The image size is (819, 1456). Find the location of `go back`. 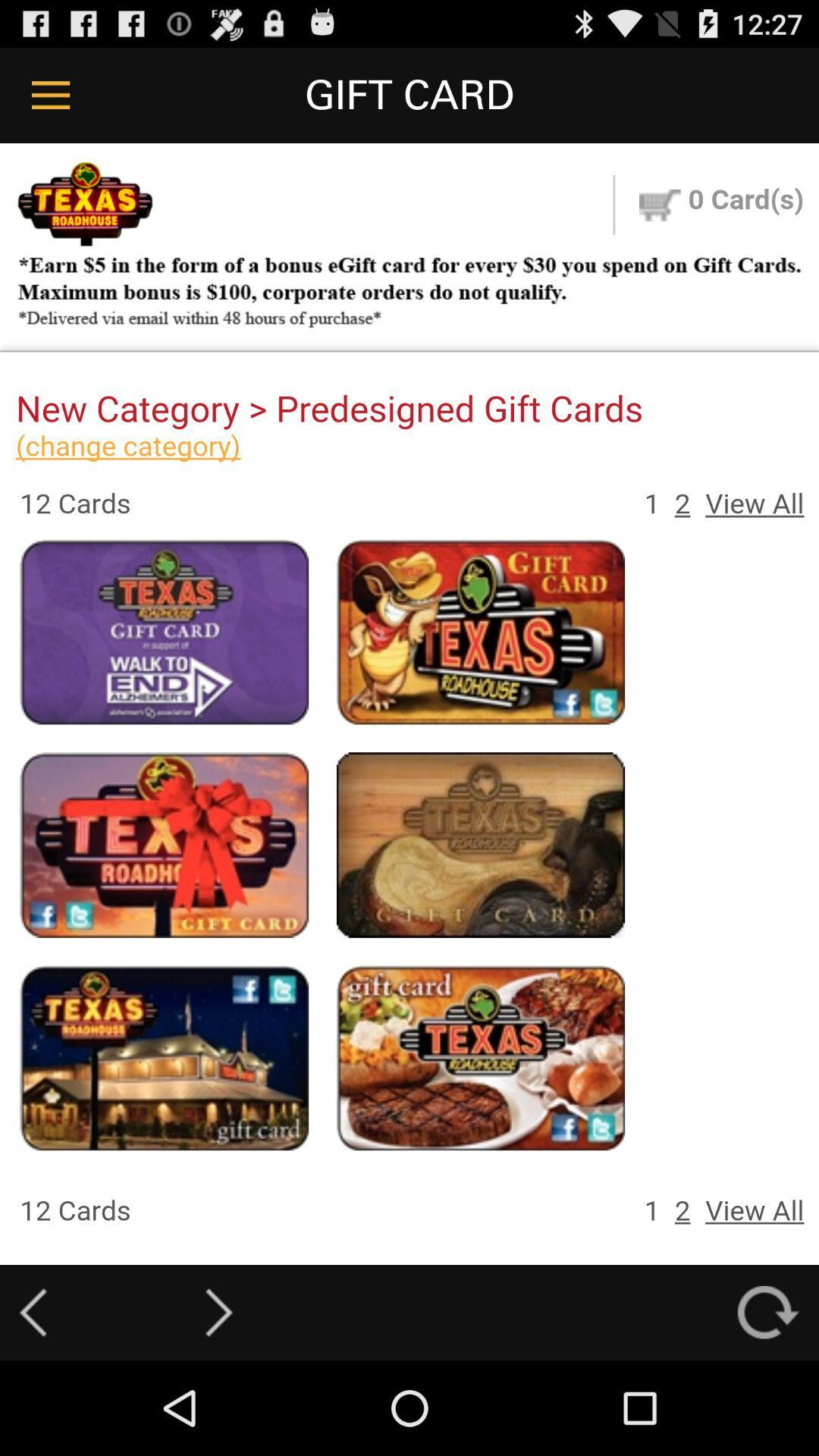

go back is located at coordinates (33, 1312).